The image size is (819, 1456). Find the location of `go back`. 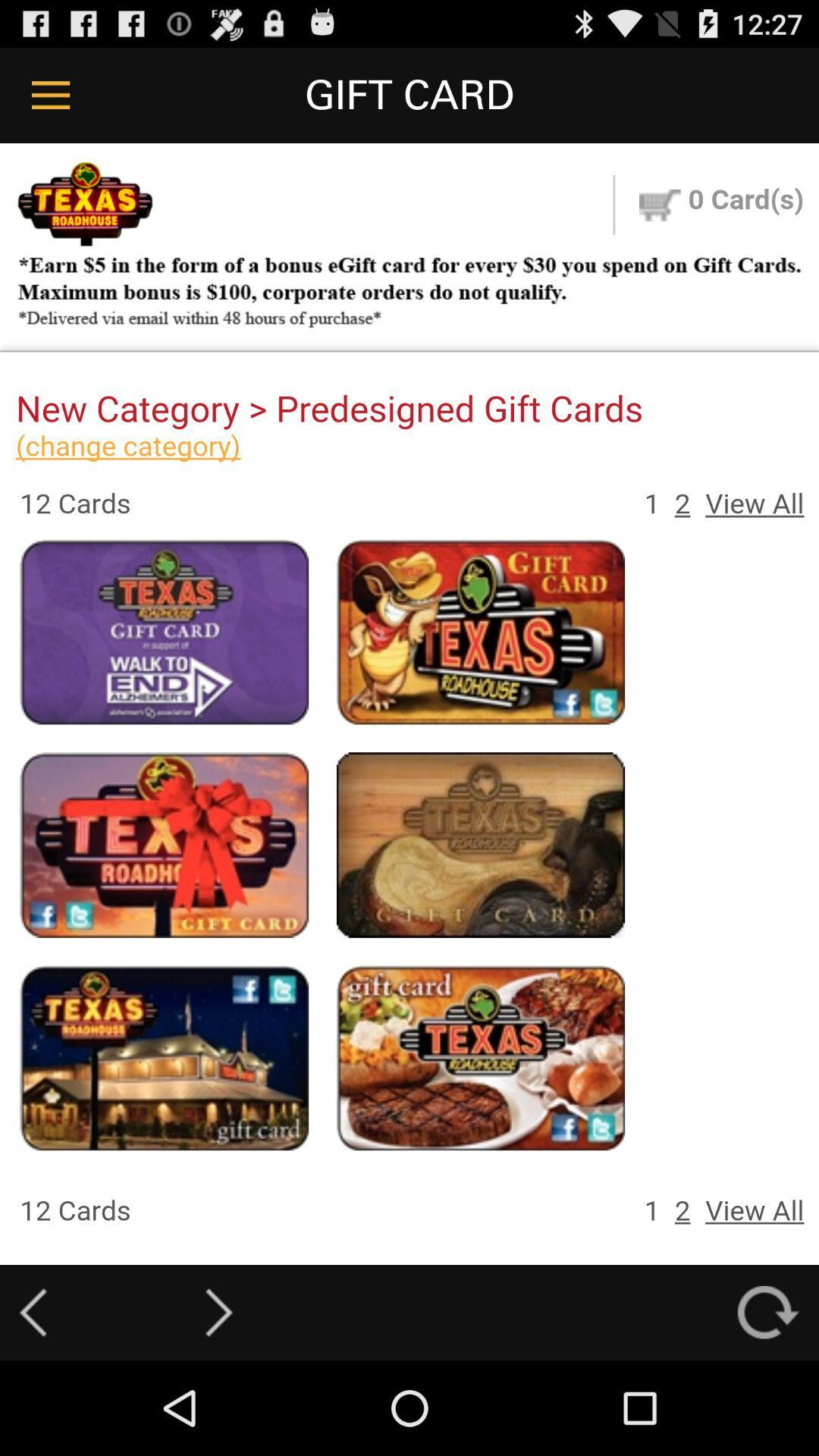

go back is located at coordinates (33, 1312).